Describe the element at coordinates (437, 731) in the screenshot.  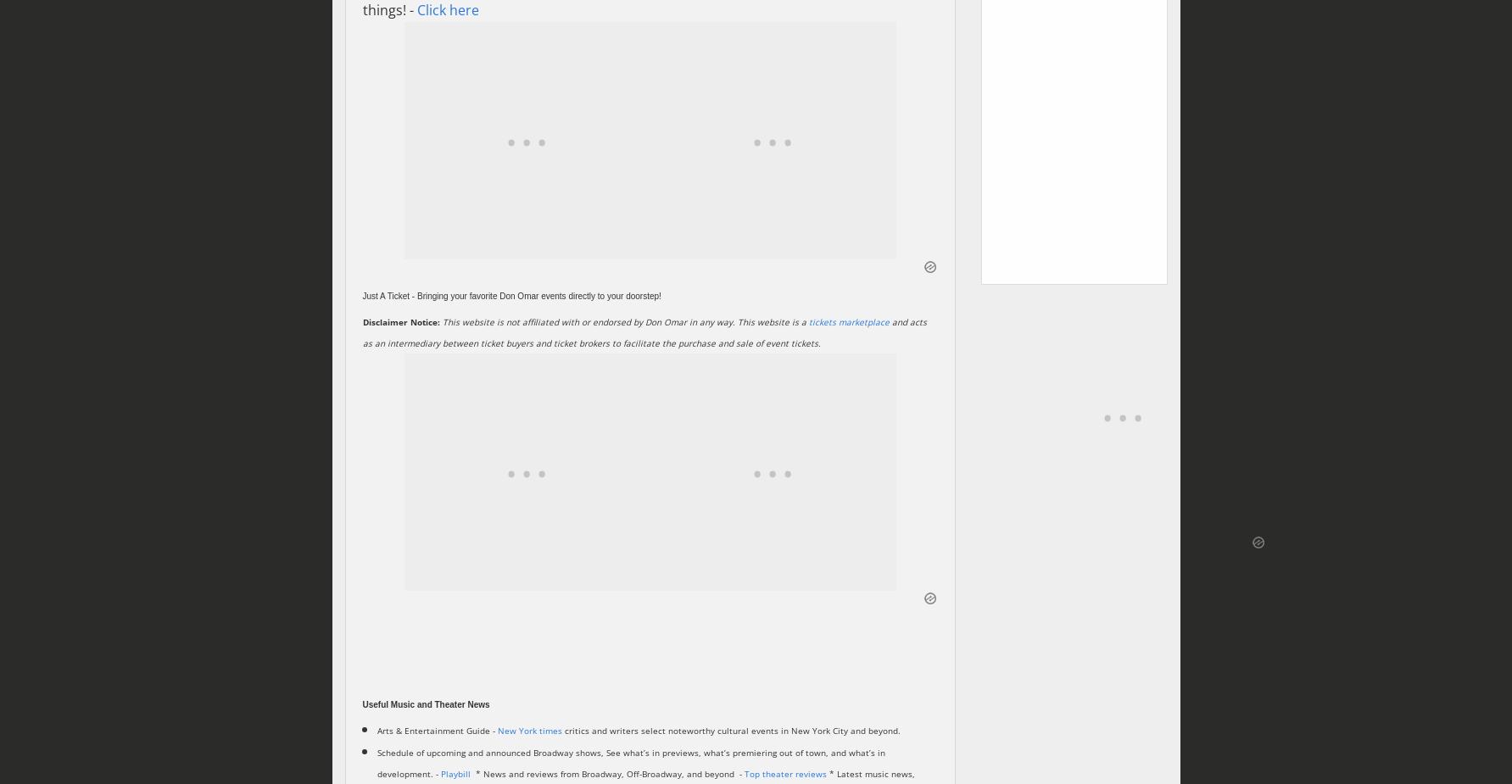
I see `'Arts & Entertainment Guide -'` at that location.